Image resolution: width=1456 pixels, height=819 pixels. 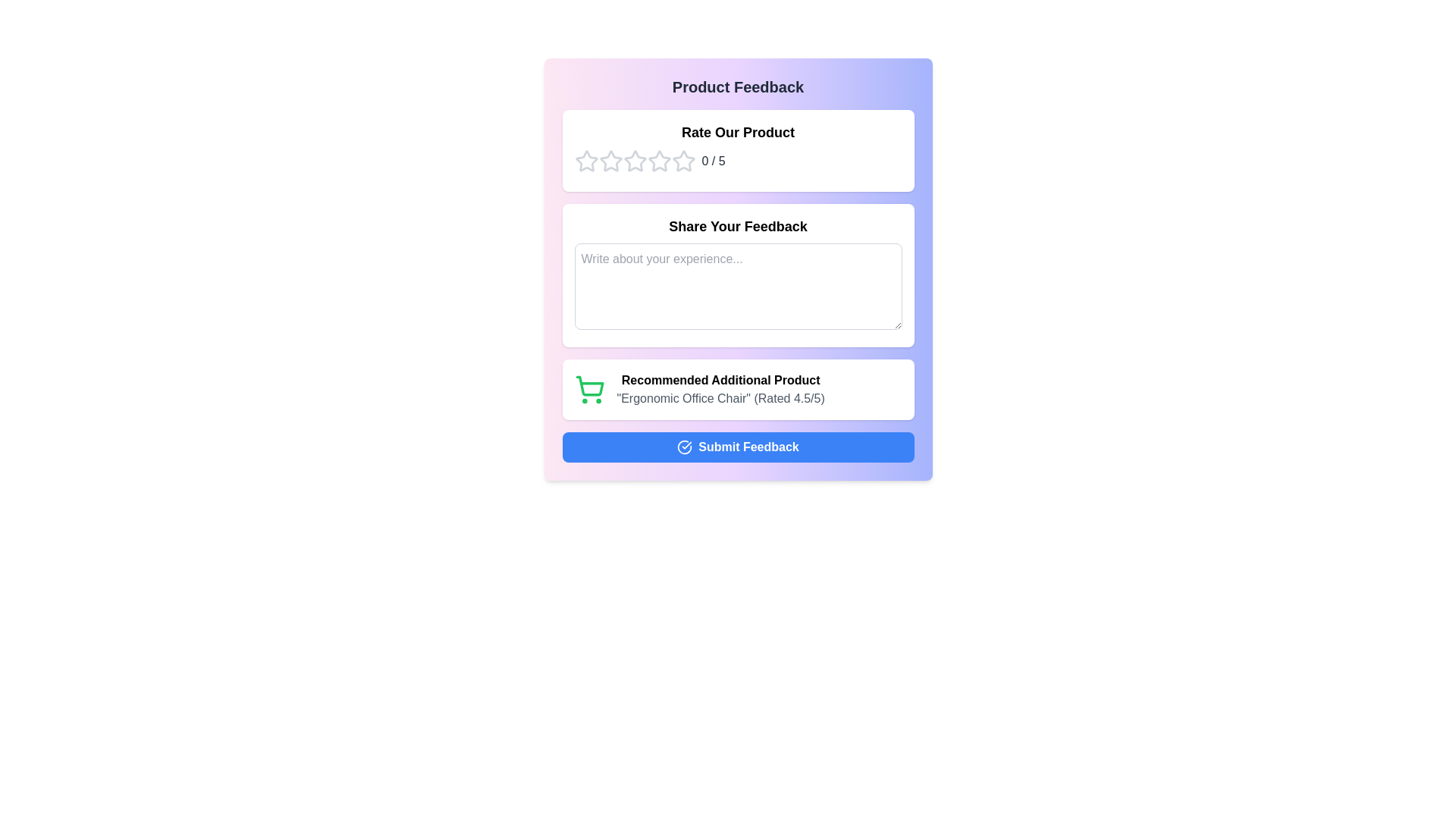 What do you see at coordinates (610, 161) in the screenshot?
I see `the first star icon in the rating system under the heading 'Rate Our Product'` at bounding box center [610, 161].